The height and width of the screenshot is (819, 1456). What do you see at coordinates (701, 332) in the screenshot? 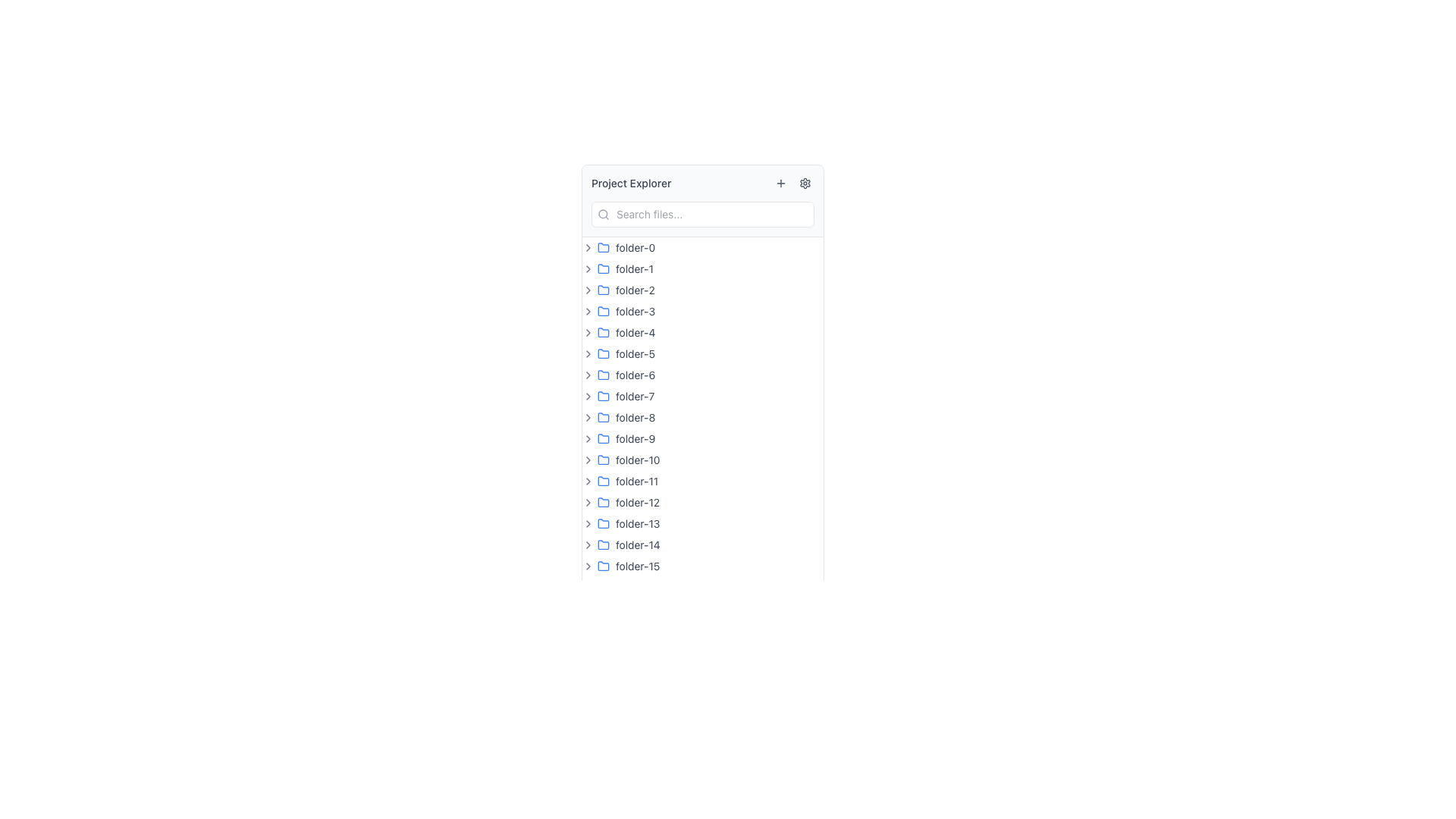
I see `the folder named 'folder-4' in the project explorer sidebar` at bounding box center [701, 332].